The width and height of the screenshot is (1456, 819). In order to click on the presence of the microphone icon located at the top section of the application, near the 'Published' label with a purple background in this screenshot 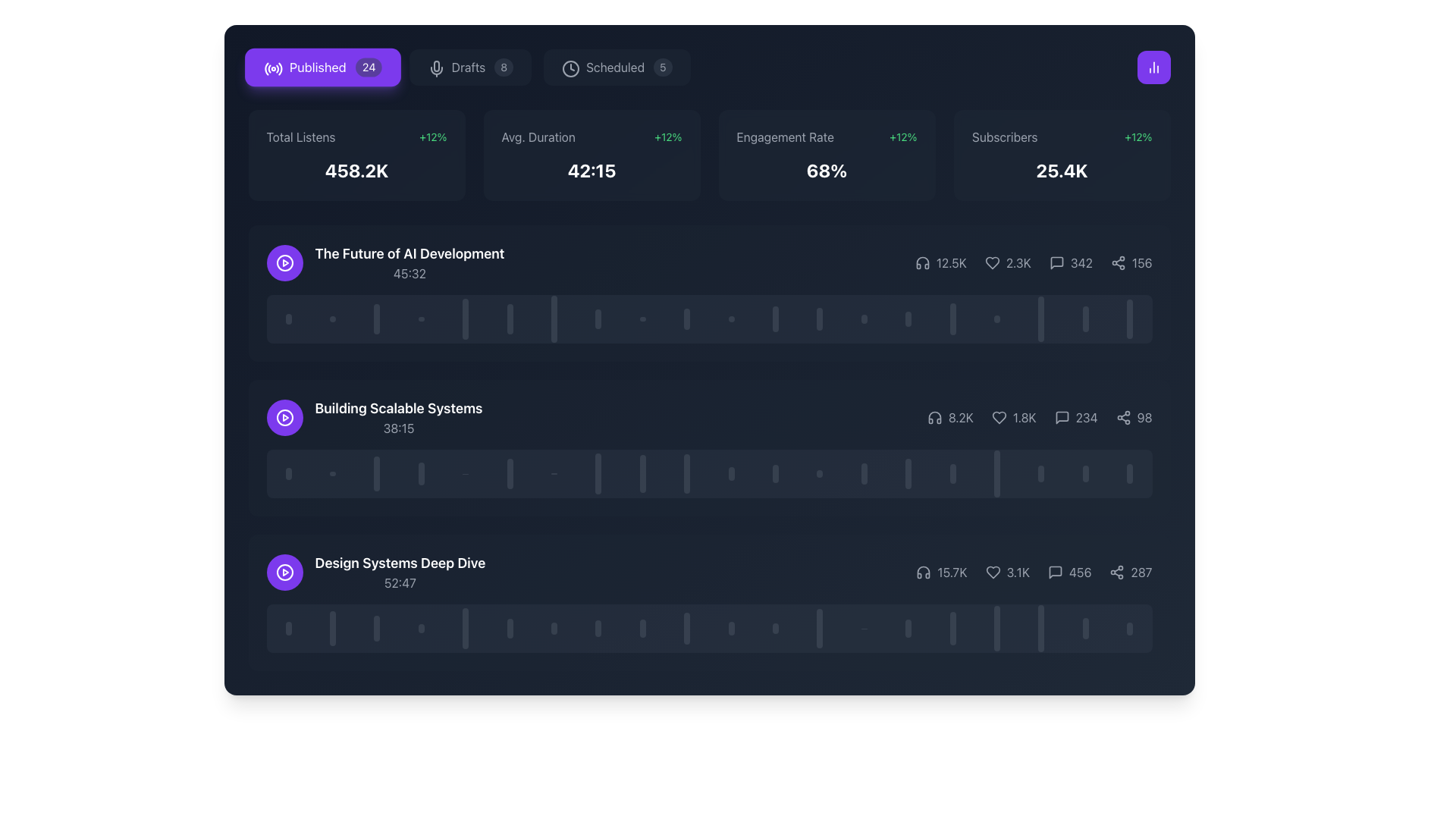, I will do `click(435, 65)`.